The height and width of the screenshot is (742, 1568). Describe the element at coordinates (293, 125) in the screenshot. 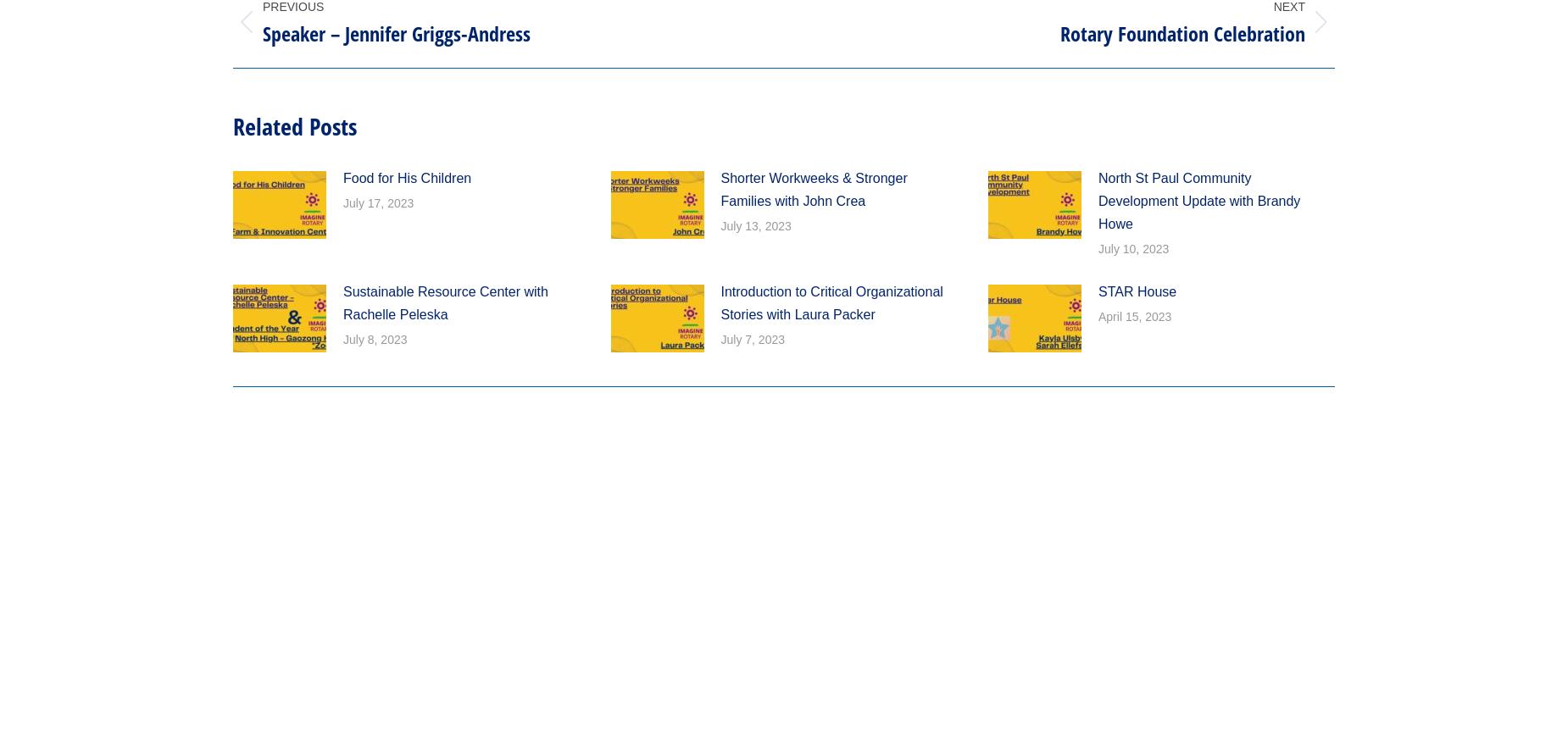

I see `'Related Posts'` at that location.